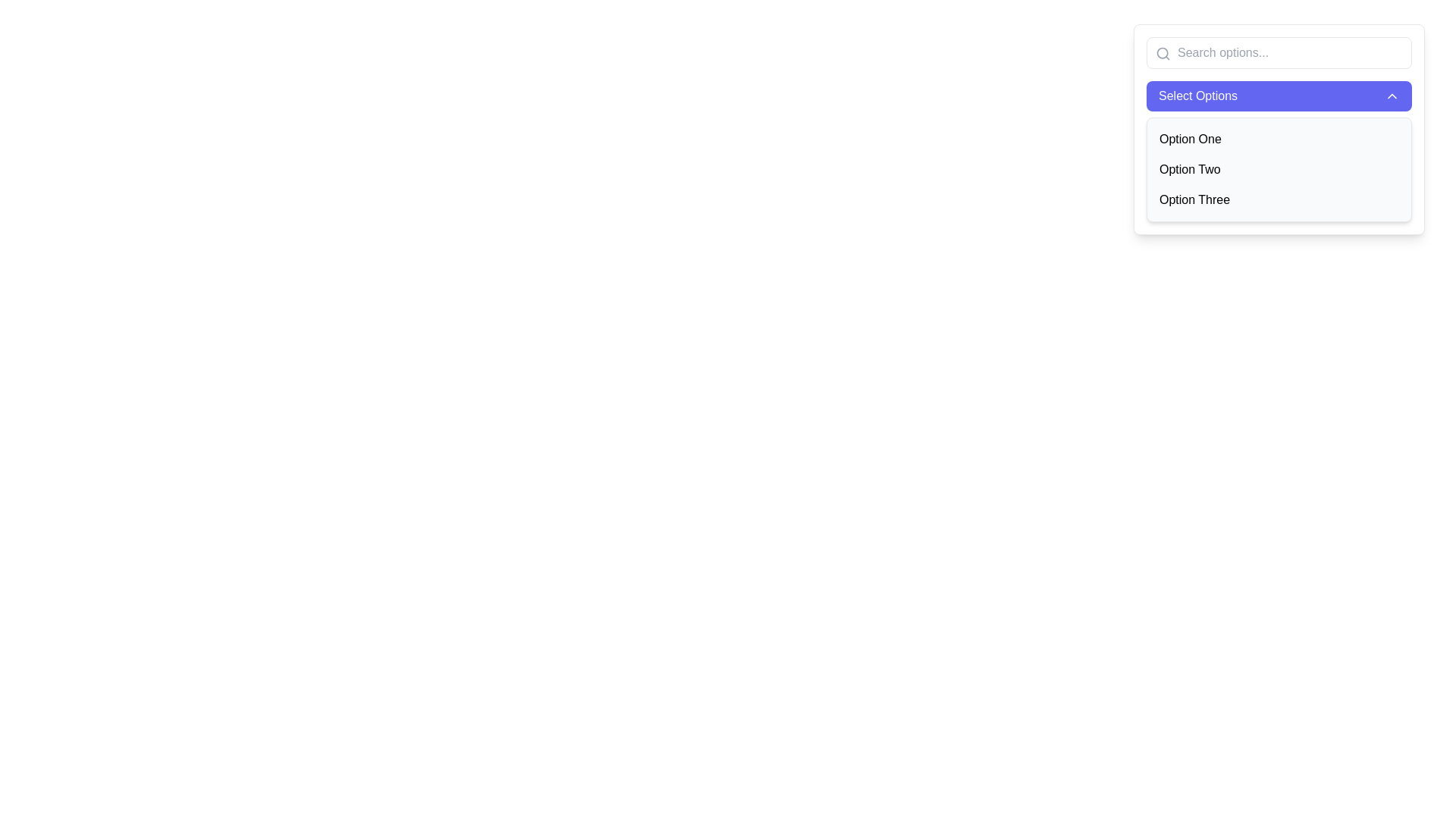  Describe the element at coordinates (1194, 199) in the screenshot. I see `the dropdown option labeled 'Option Three'` at that location.